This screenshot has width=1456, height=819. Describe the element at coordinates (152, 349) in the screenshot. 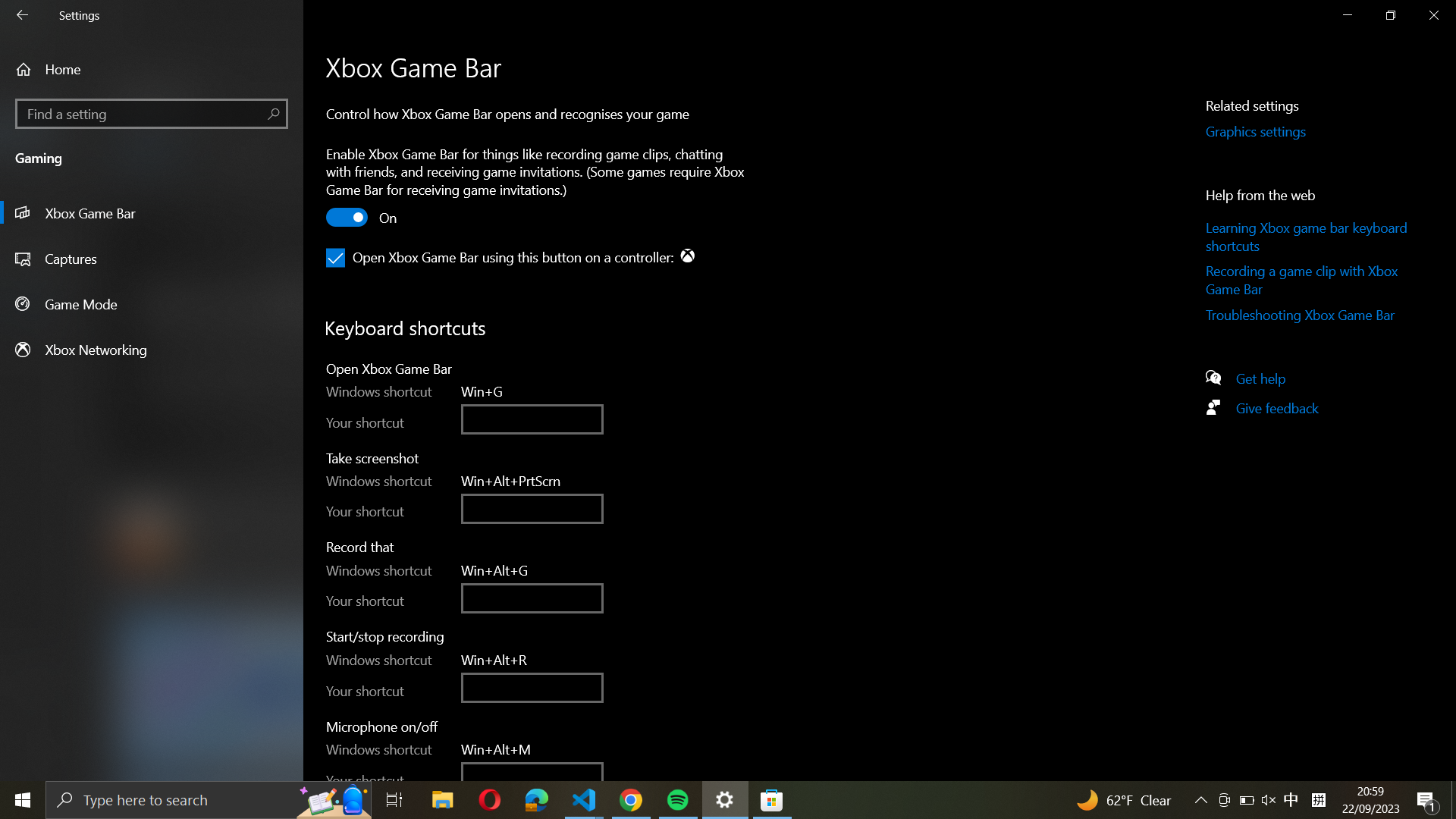

I see `the Xbox Networking settings by clicking on the button on the left panel` at that location.